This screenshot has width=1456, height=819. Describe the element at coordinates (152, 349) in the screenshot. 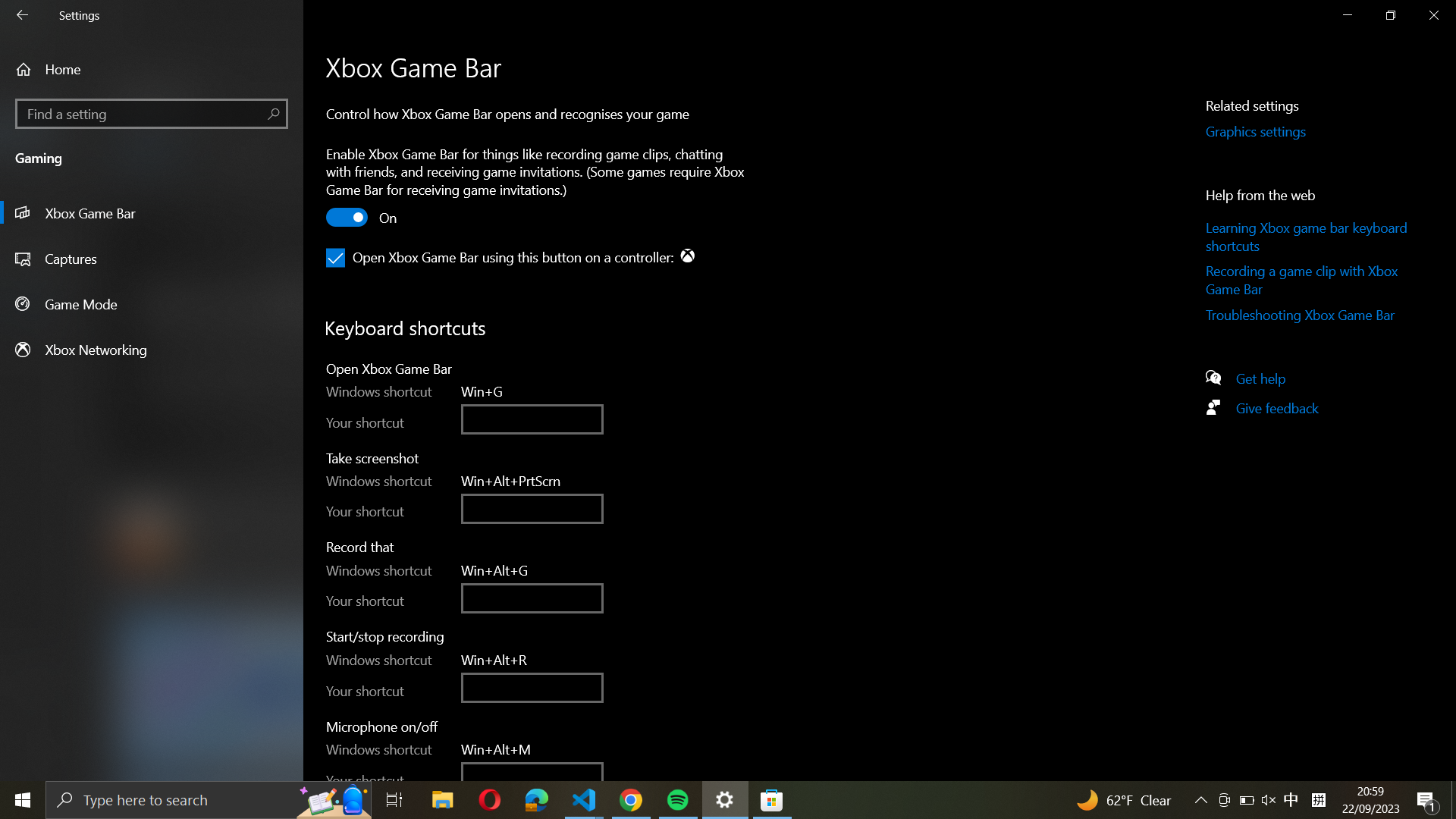

I see `the Xbox Networking settings by clicking on the button on the left panel` at that location.